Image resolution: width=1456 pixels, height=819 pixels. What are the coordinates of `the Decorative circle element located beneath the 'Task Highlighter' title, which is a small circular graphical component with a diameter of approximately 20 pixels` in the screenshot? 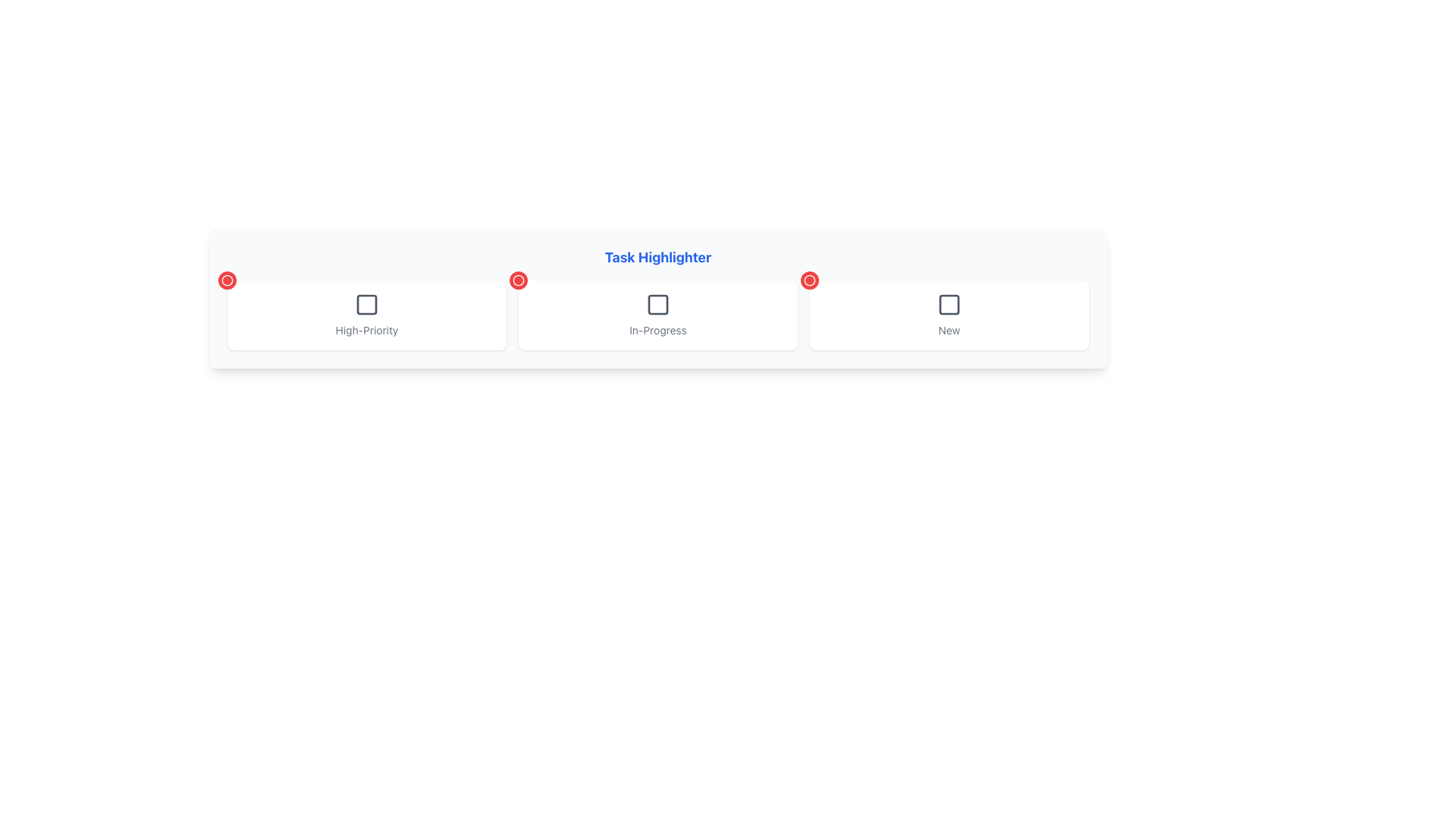 It's located at (519, 281).